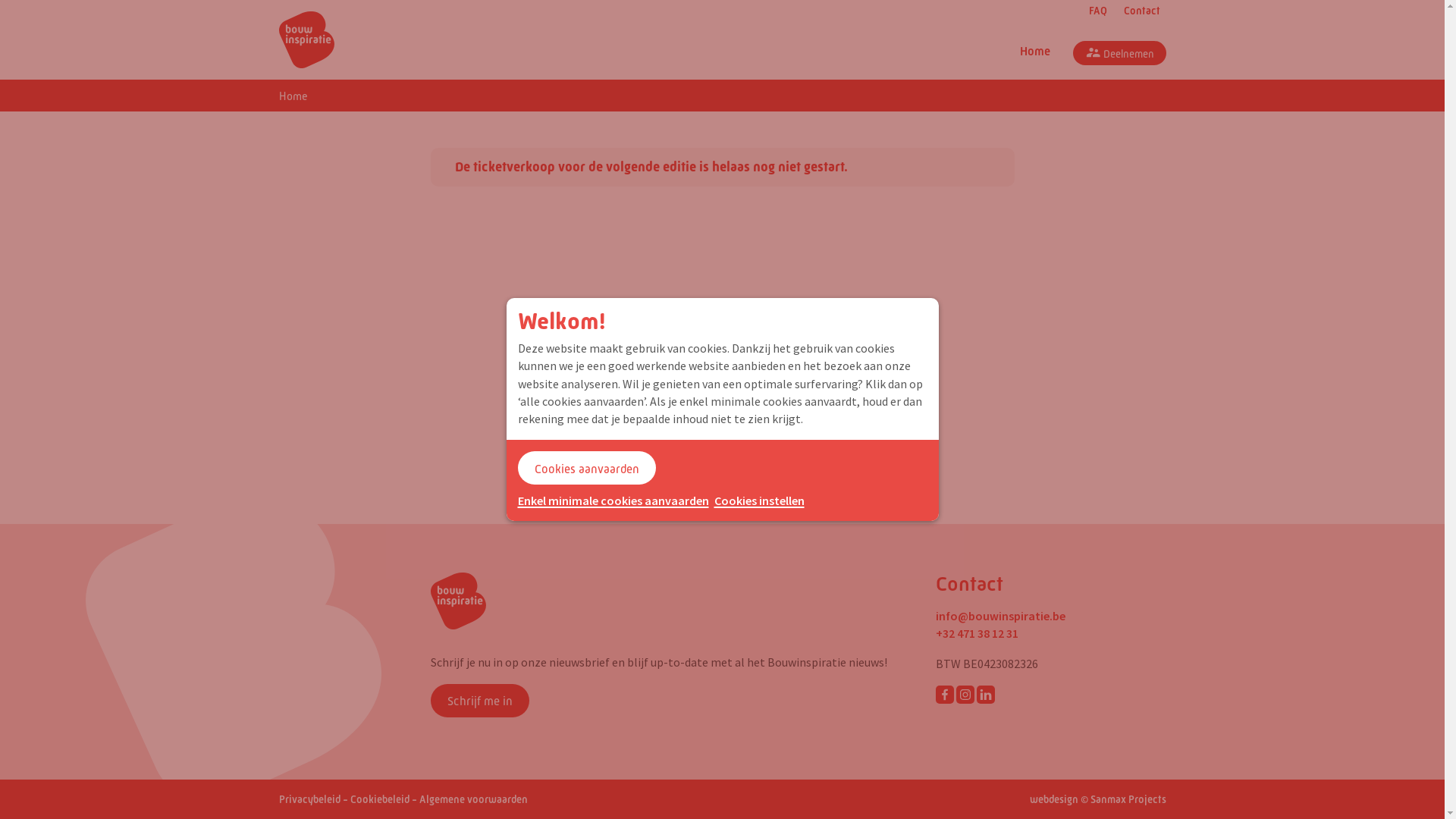  What do you see at coordinates (1000, 616) in the screenshot?
I see `'info@bouwinspiratie.be'` at bounding box center [1000, 616].